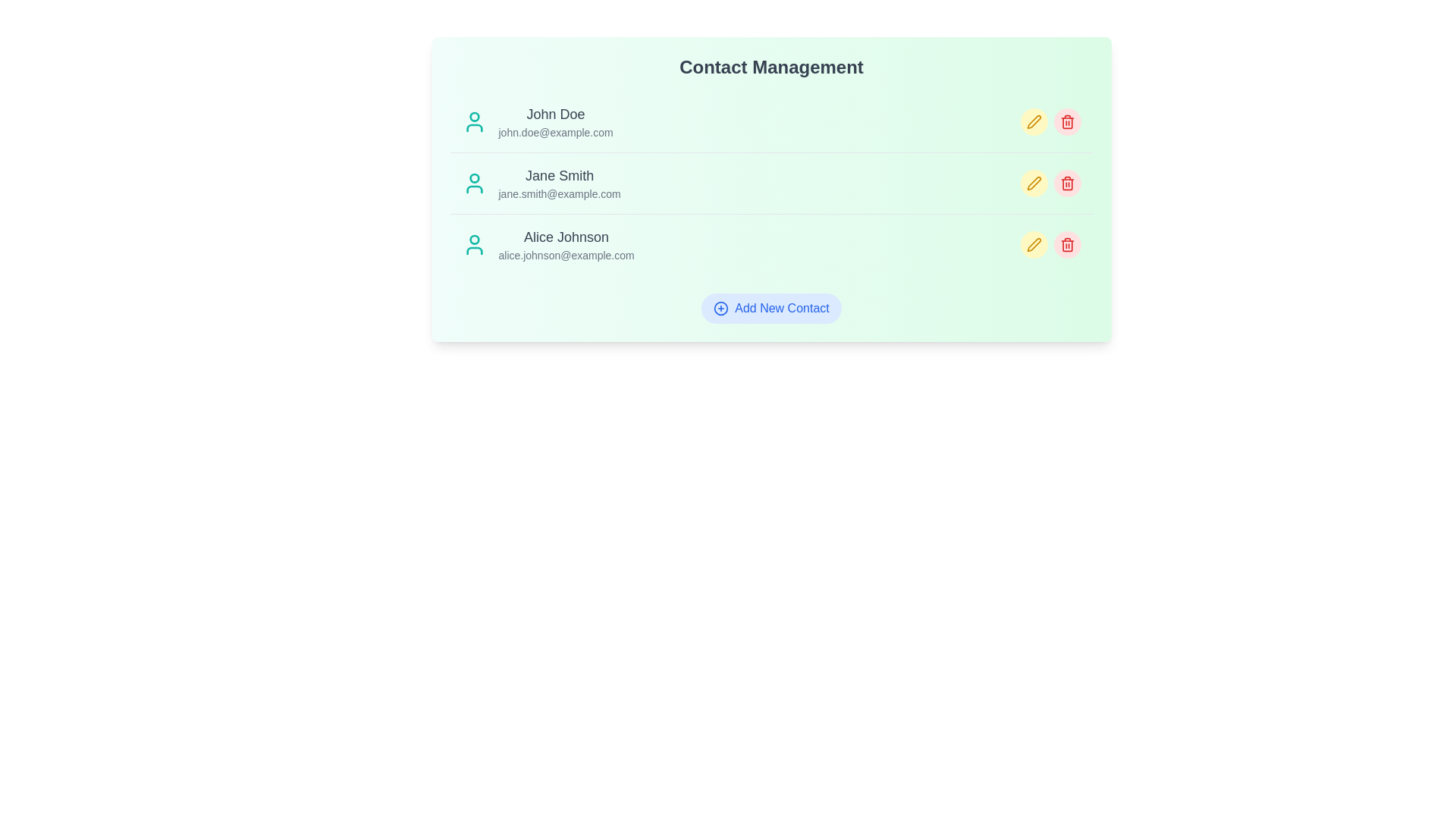 The width and height of the screenshot is (1456, 819). I want to click on delete icon next to the contact with name Jane Smith, so click(1066, 183).